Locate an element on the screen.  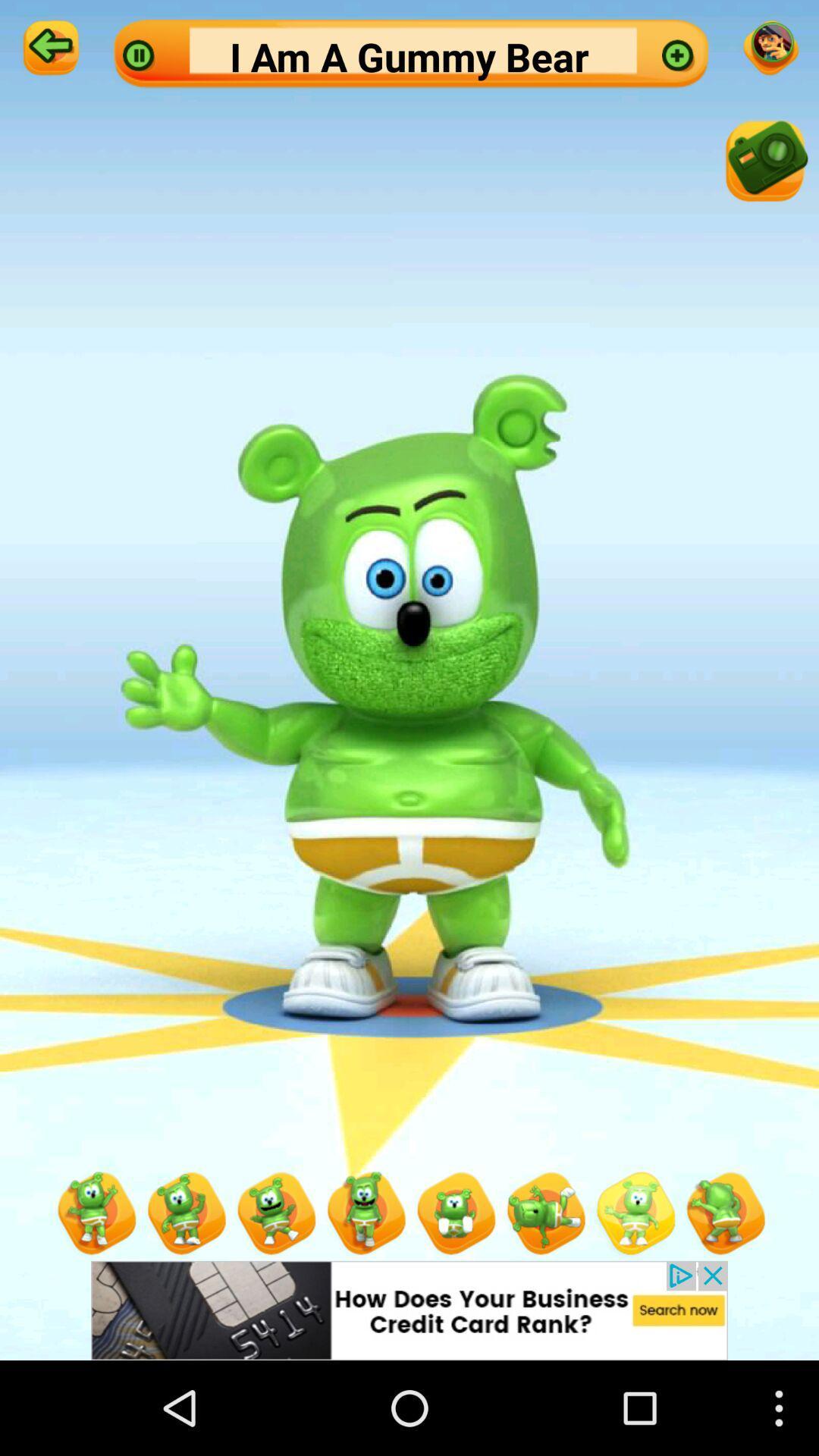
the avatar icon is located at coordinates (95, 1301).